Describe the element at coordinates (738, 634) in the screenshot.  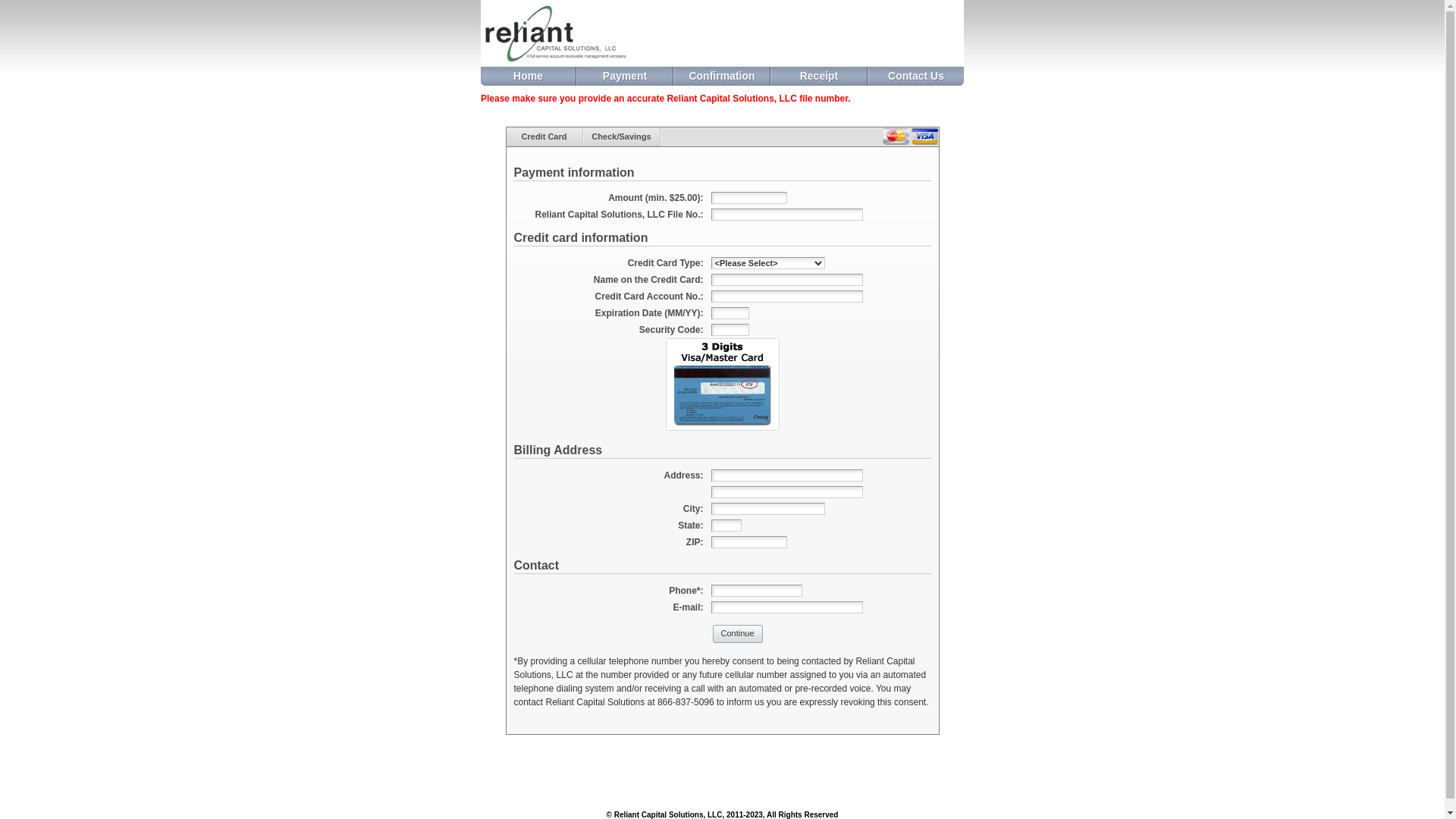
I see `'Continue'` at that location.